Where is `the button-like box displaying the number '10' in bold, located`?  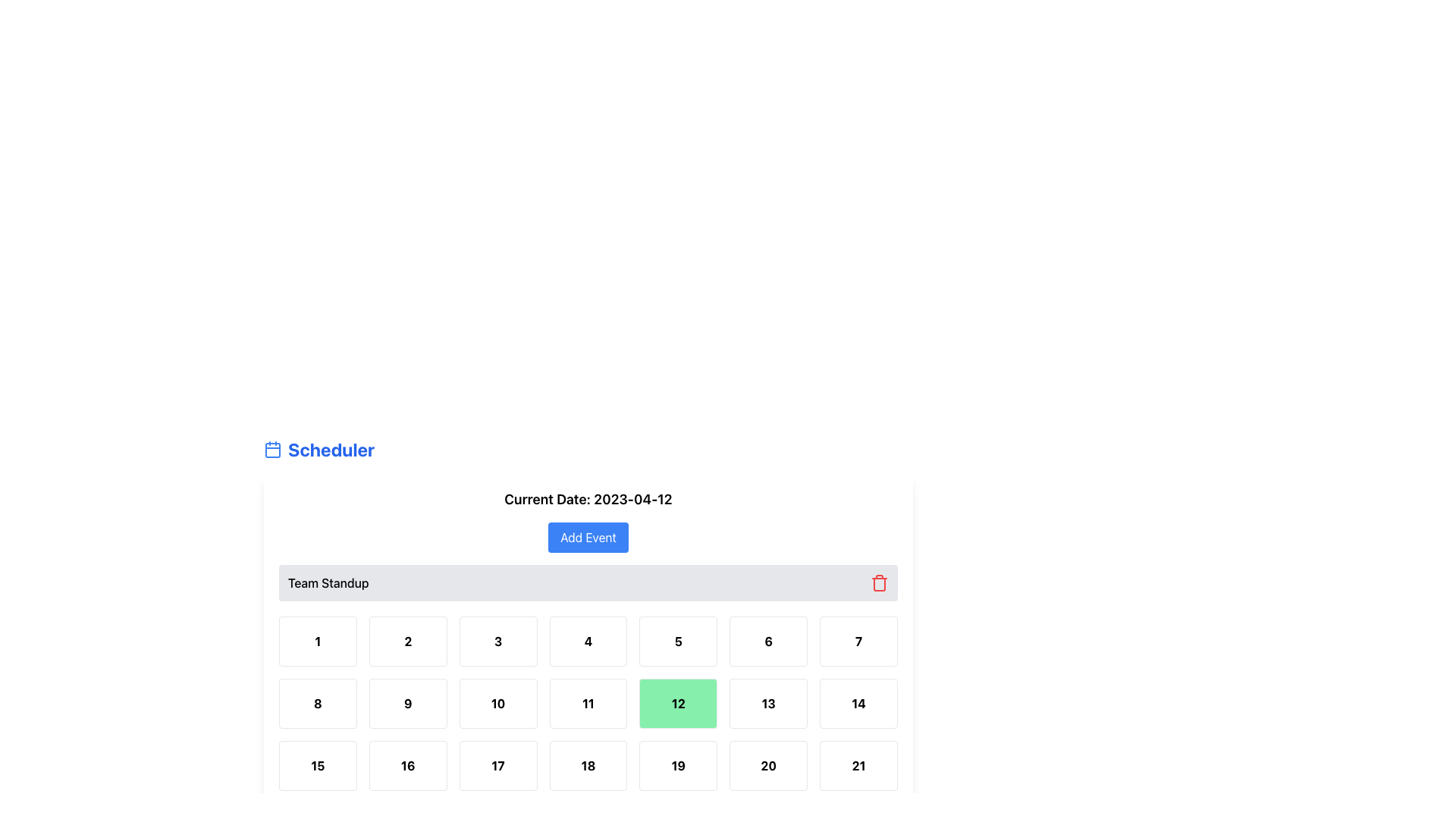
the button-like box displaying the number '10' in bold, located is located at coordinates (498, 704).